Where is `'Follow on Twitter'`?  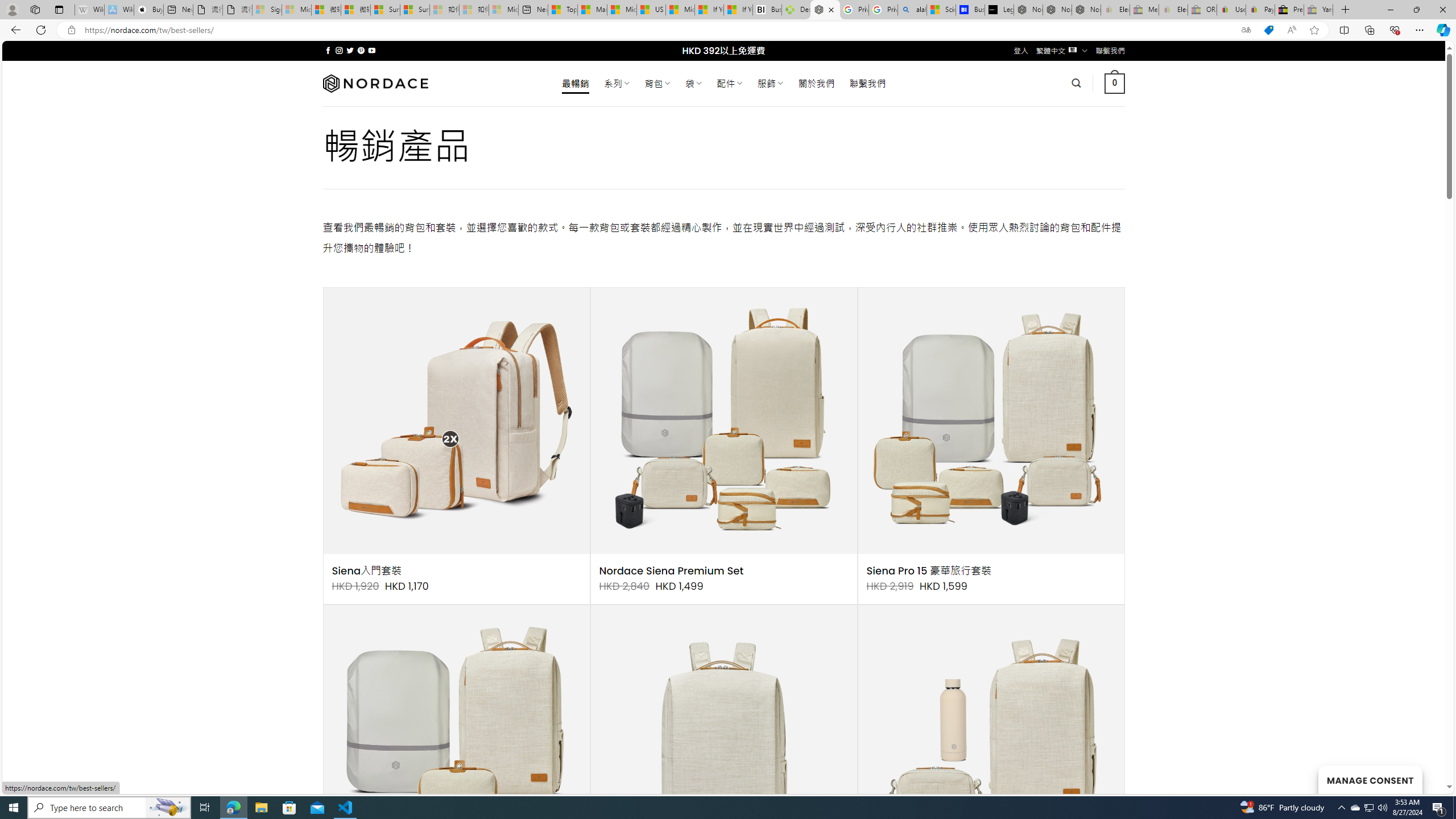
'Follow on Twitter' is located at coordinates (350, 50).